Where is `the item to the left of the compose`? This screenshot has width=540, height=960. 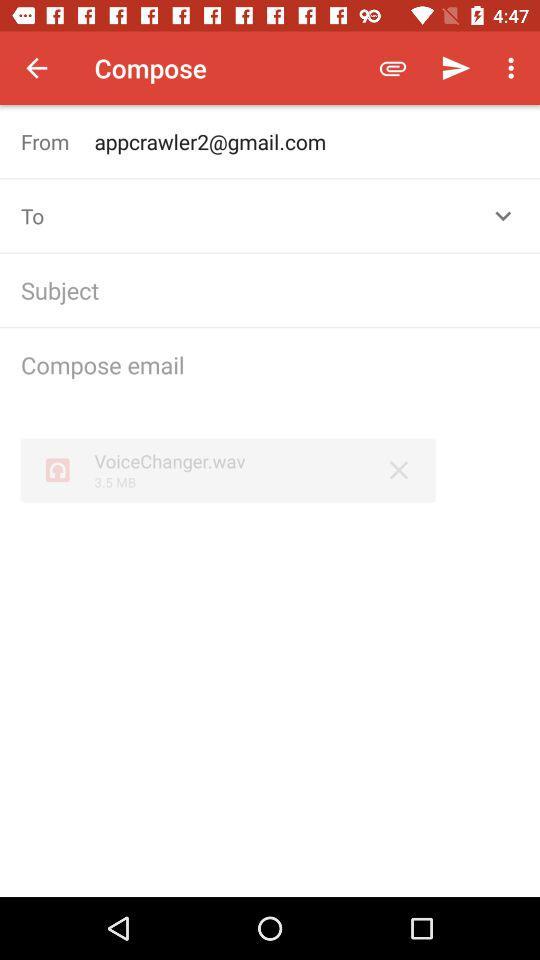
the item to the left of the compose is located at coordinates (36, 68).